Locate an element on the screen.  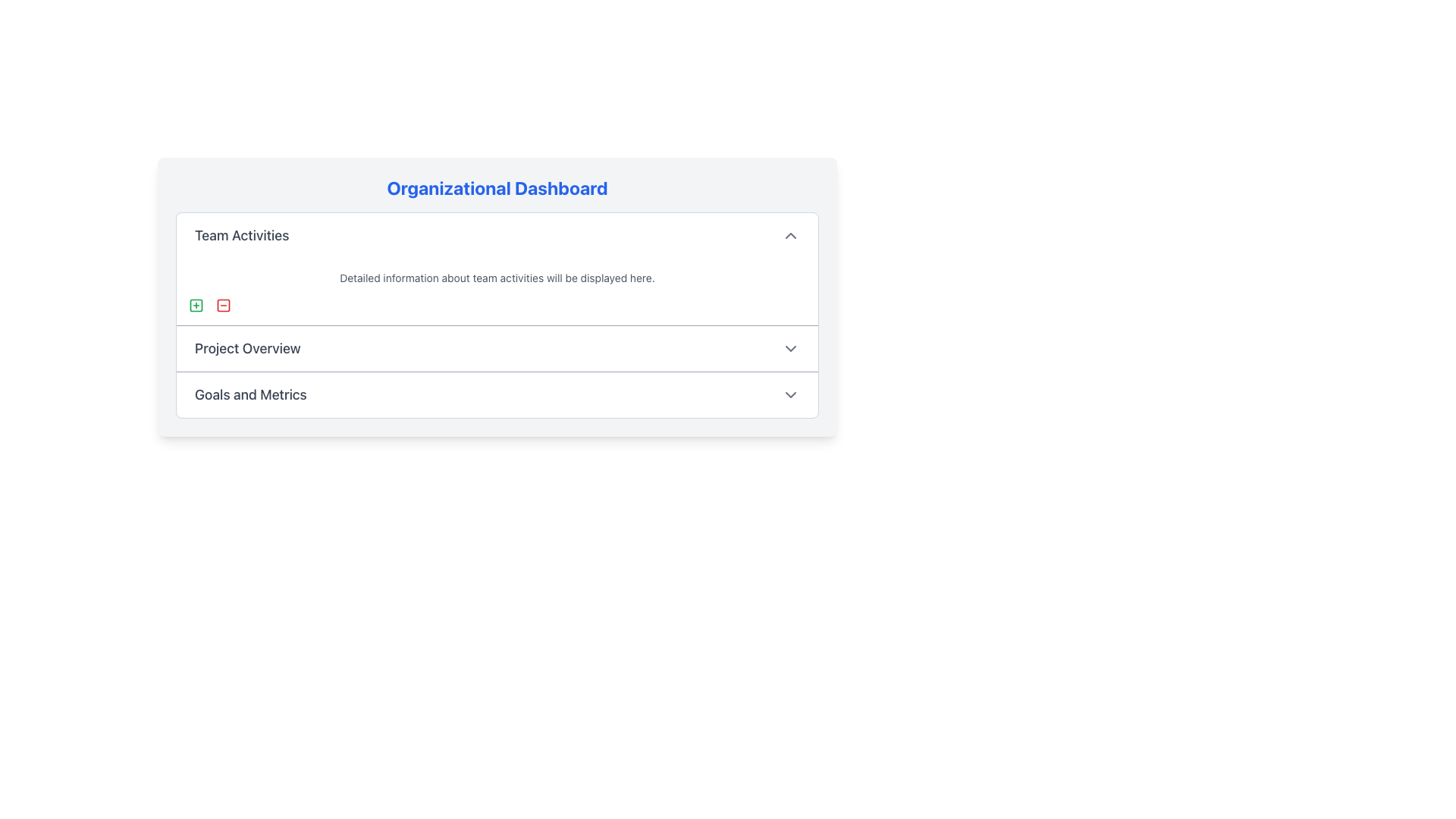
the square button with a green outline and '+' symbol in the upper-left corner of the 'Team Activities' section to observe the color change effect is located at coordinates (196, 305).